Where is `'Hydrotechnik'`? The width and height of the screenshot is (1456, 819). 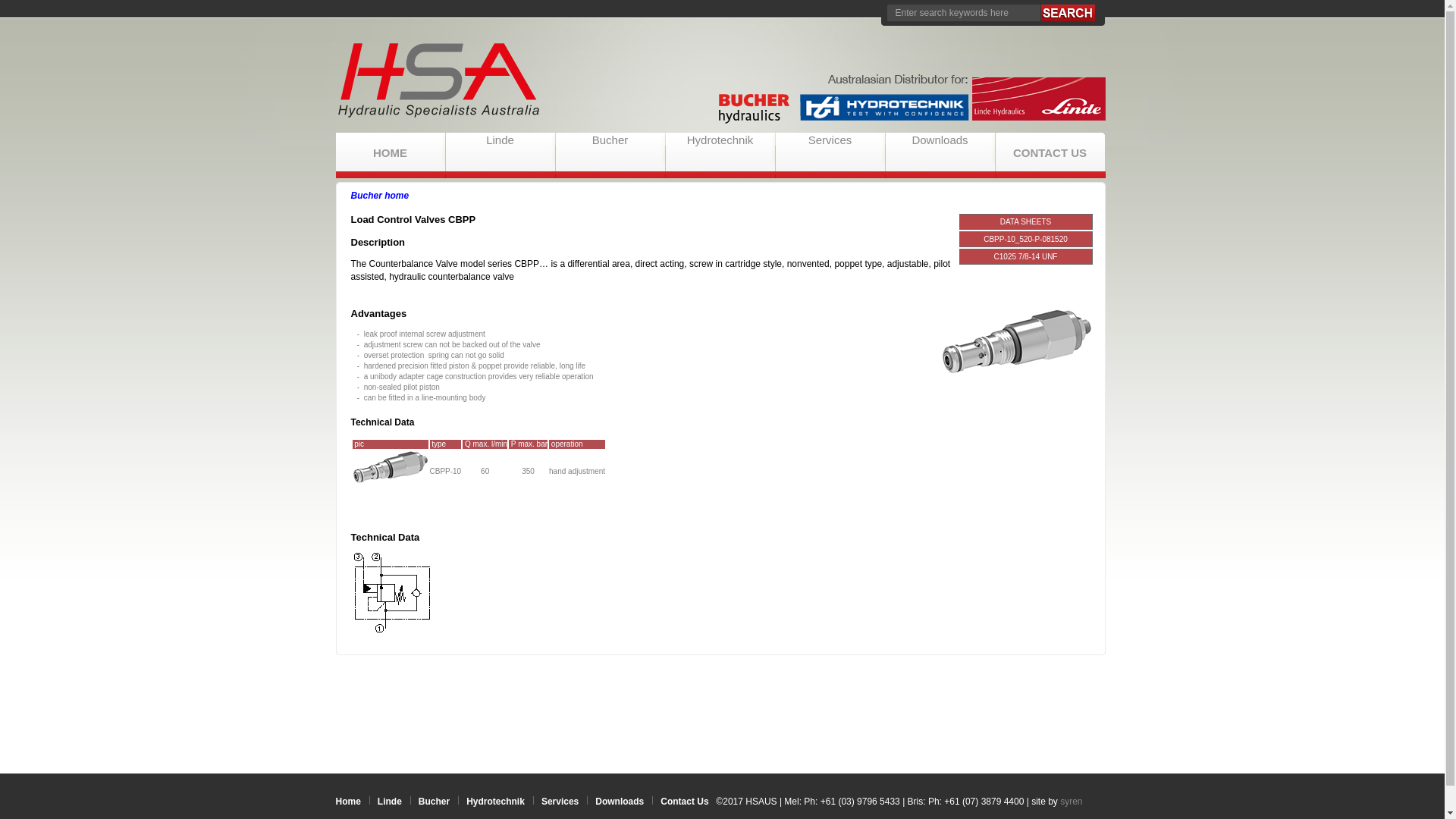
'Hydrotechnik' is located at coordinates (720, 140).